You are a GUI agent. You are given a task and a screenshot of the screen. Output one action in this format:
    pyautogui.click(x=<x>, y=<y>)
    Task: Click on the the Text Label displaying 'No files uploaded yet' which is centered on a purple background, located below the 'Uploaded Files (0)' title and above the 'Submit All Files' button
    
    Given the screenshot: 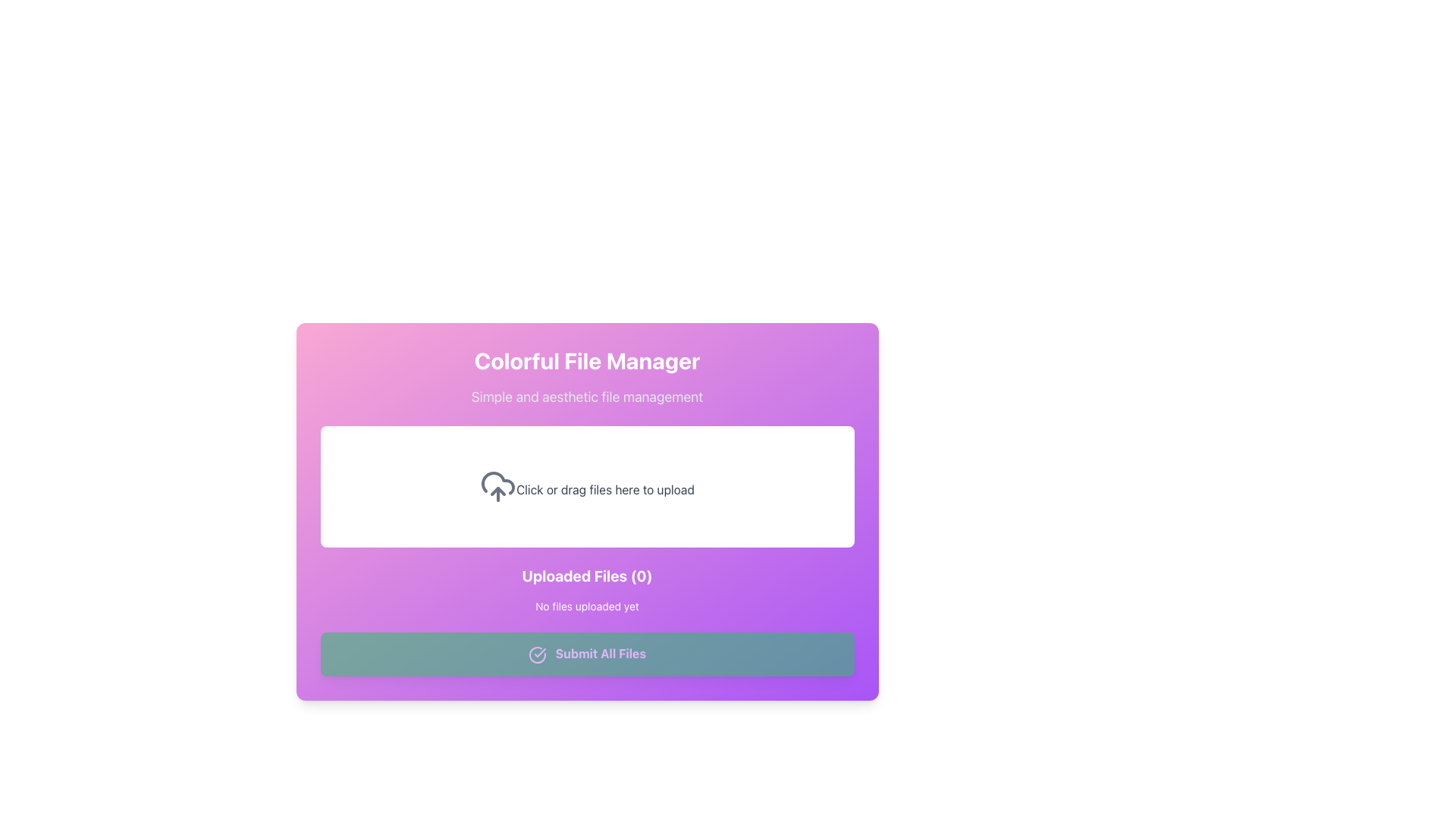 What is the action you would take?
    pyautogui.click(x=586, y=605)
    